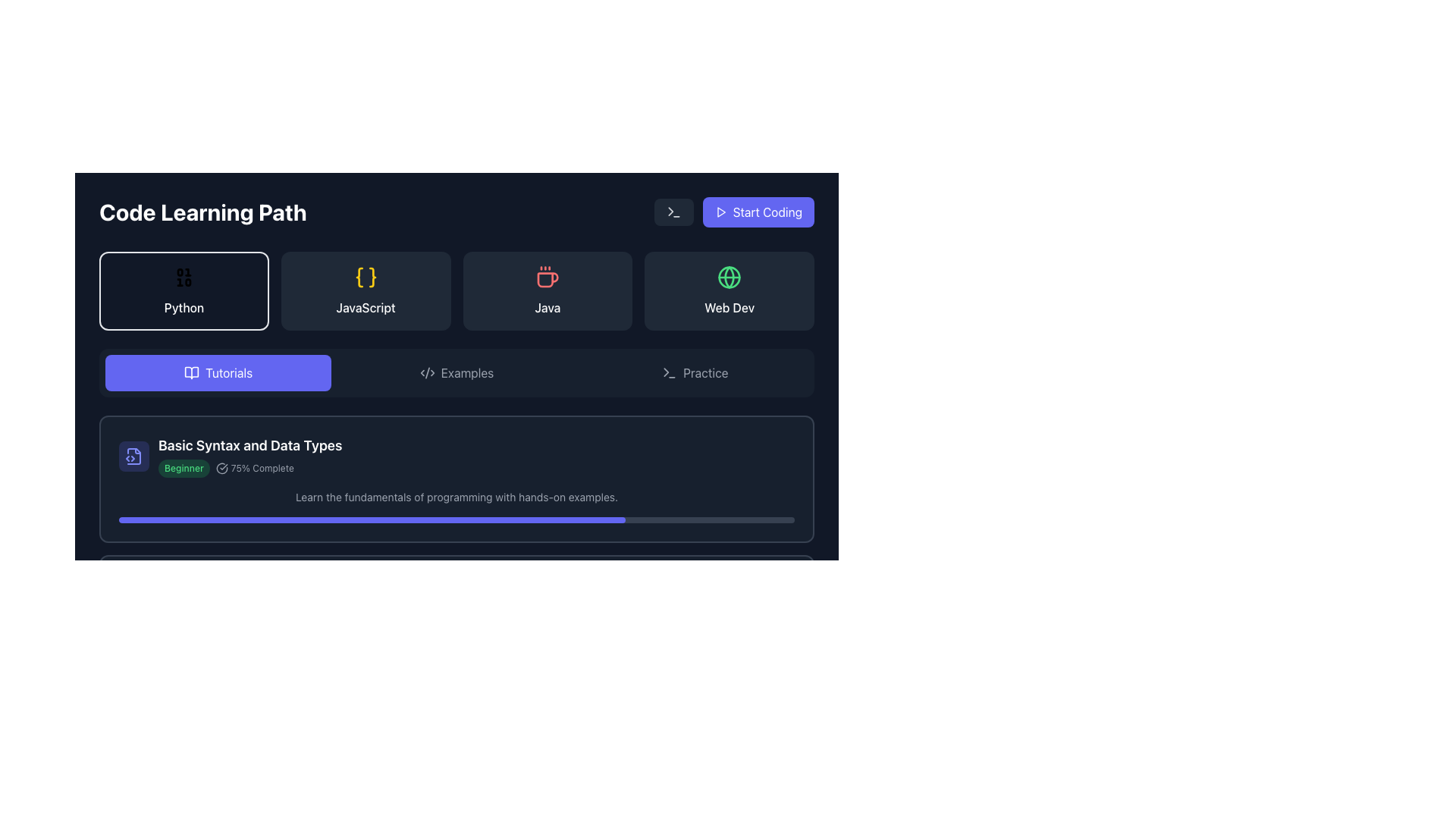 This screenshot has width=1456, height=819. What do you see at coordinates (250, 467) in the screenshot?
I see `the Progress Indicator with Label and Text displaying '75% Complete' and the label 'Beginner' in green text, located at the bottom of the card titled 'Basic Syntax and Data Types'` at bounding box center [250, 467].